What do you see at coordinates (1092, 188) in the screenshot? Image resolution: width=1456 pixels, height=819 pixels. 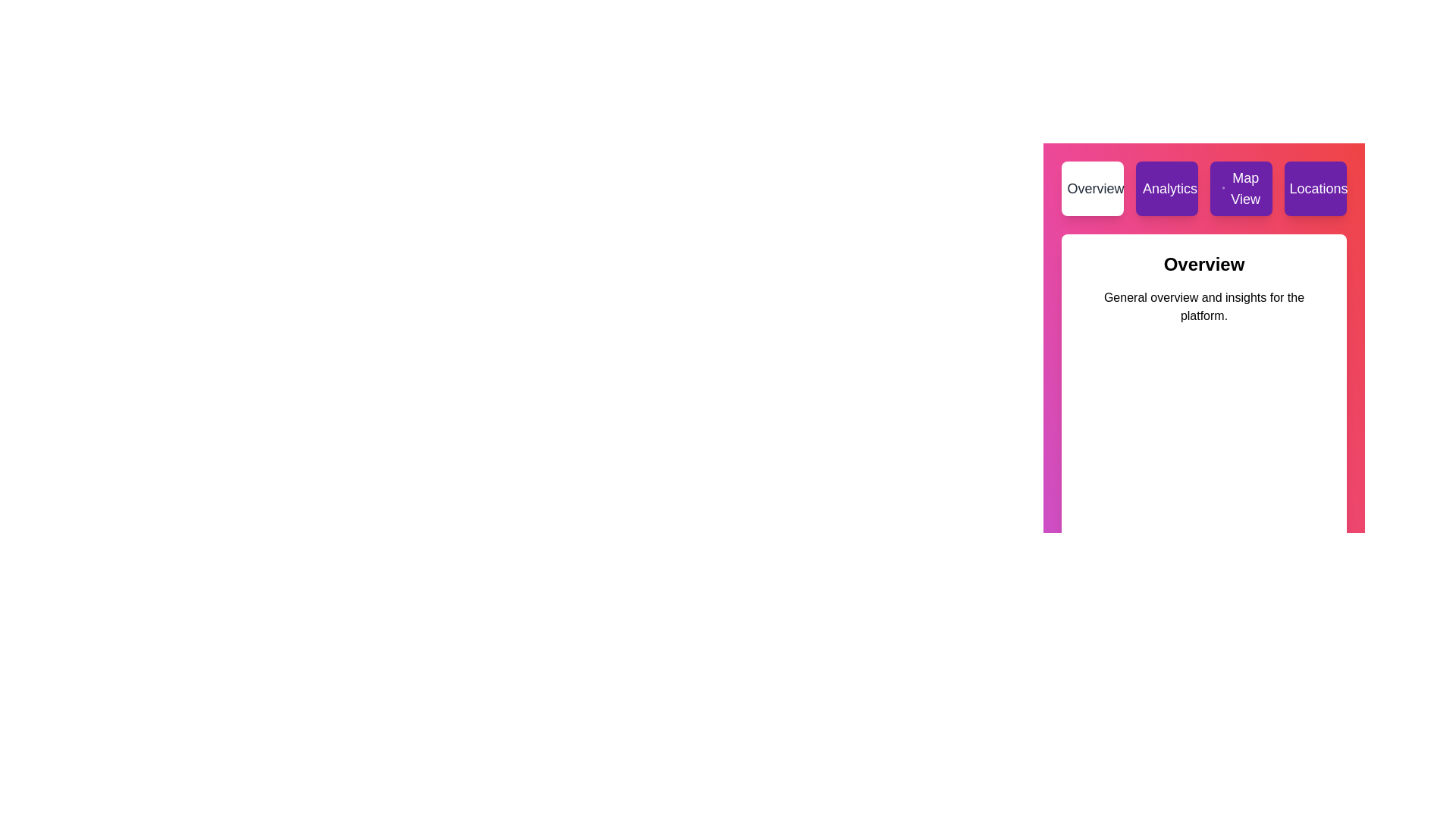 I see `the 'Overview' button` at bounding box center [1092, 188].